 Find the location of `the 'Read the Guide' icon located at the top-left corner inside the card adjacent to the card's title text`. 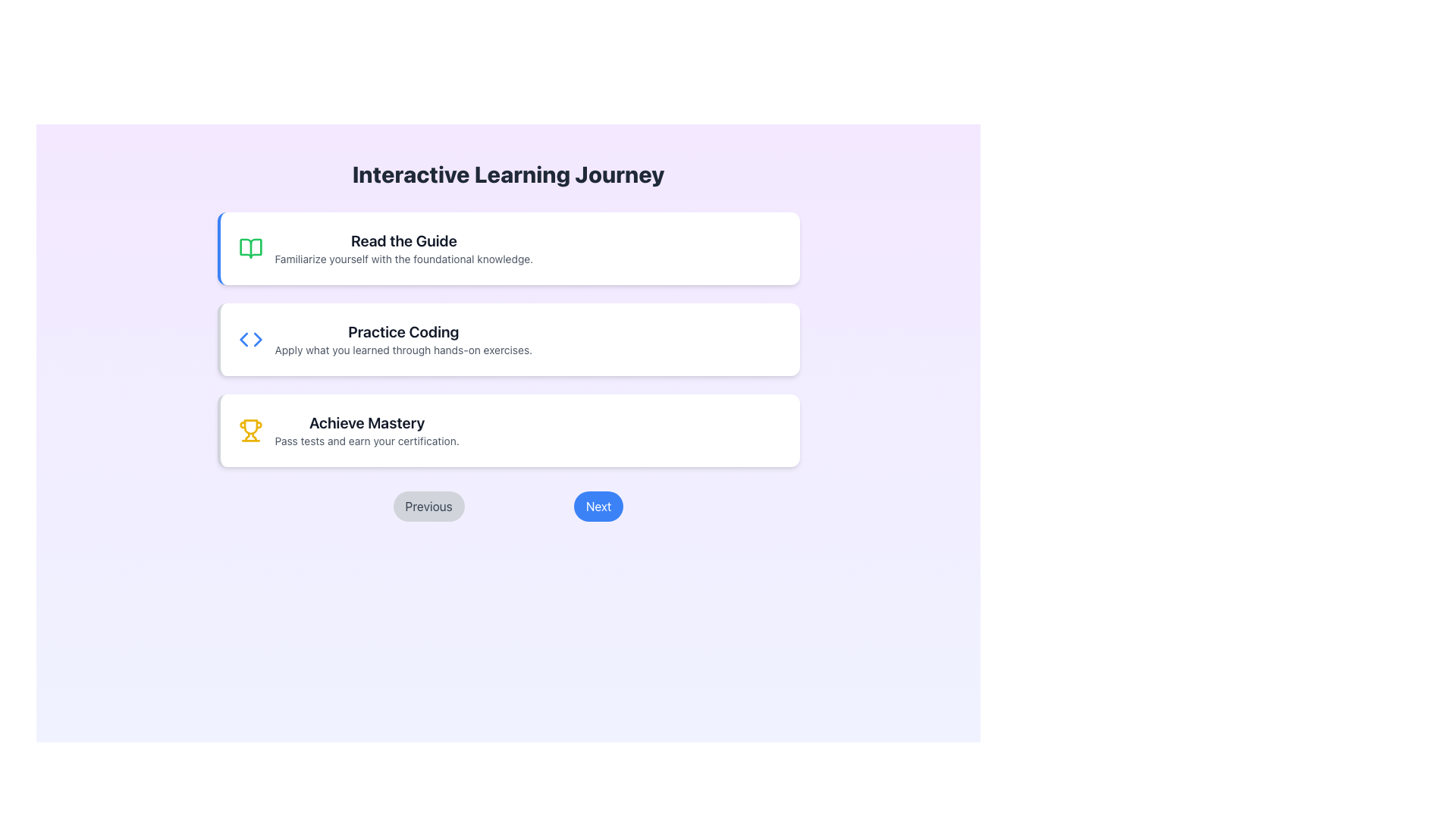

the 'Read the Guide' icon located at the top-left corner inside the card adjacent to the card's title text is located at coordinates (250, 247).